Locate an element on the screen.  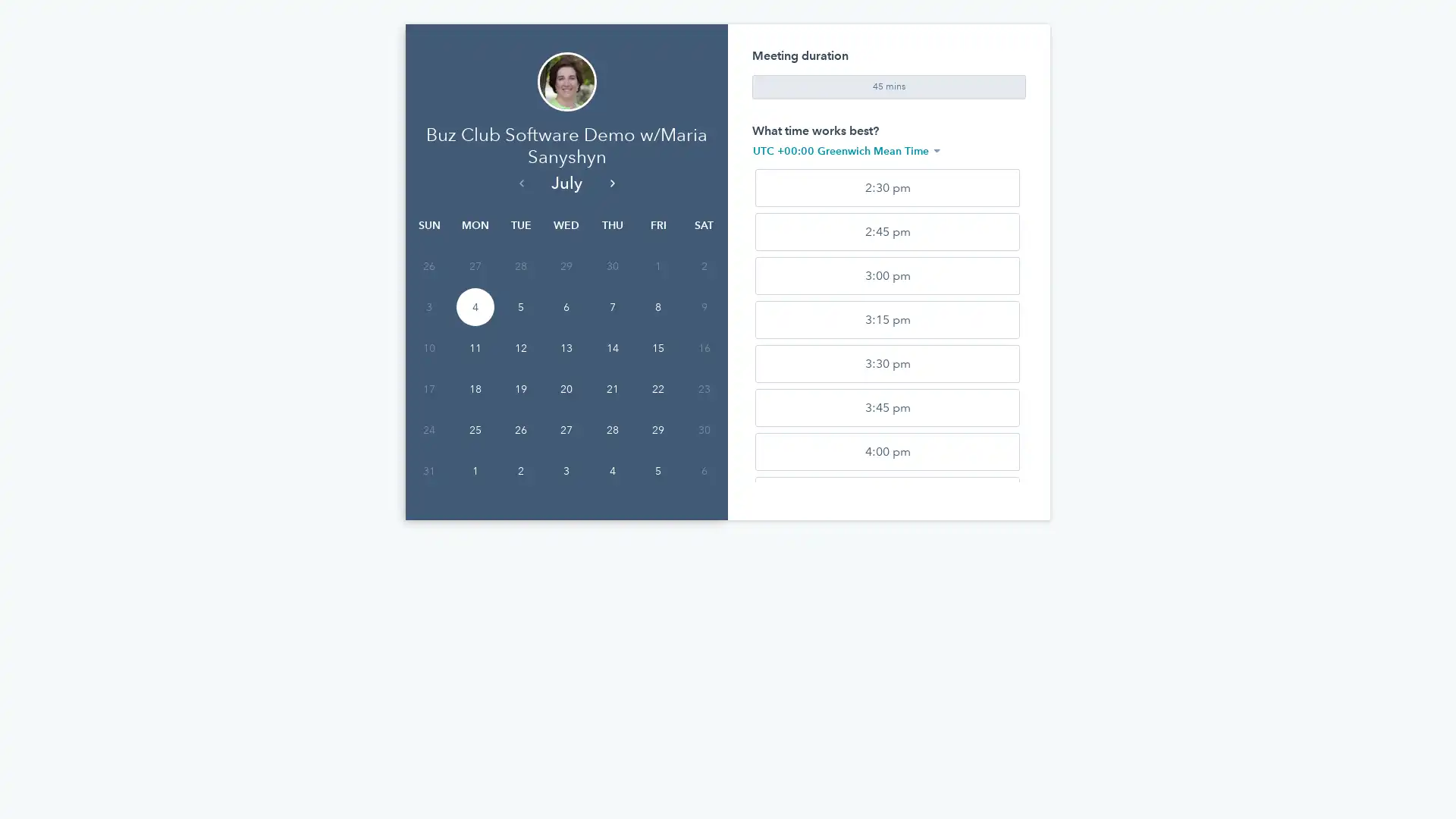
July 31st is located at coordinates (428, 528).